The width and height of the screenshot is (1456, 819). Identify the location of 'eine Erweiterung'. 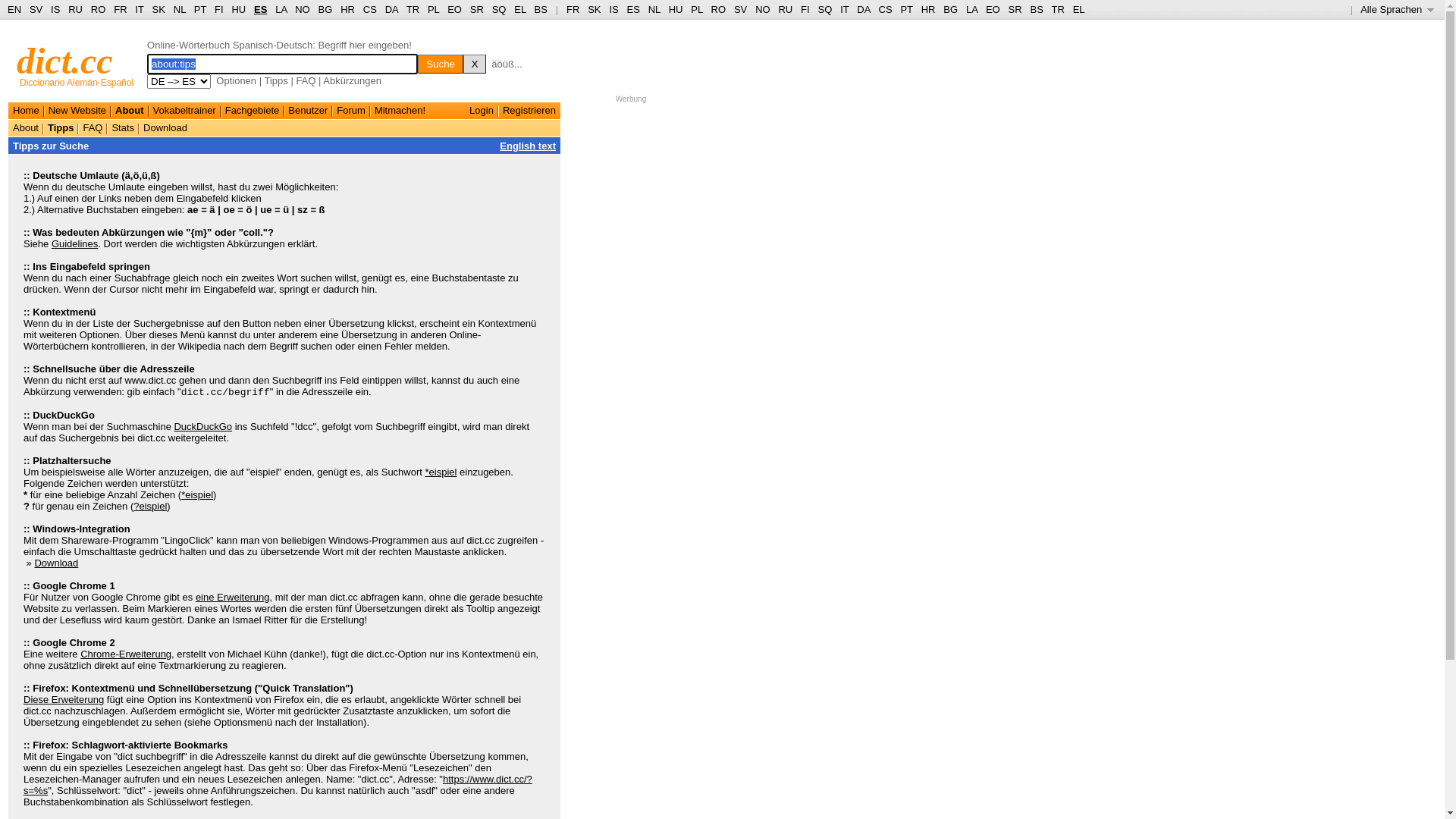
(232, 596).